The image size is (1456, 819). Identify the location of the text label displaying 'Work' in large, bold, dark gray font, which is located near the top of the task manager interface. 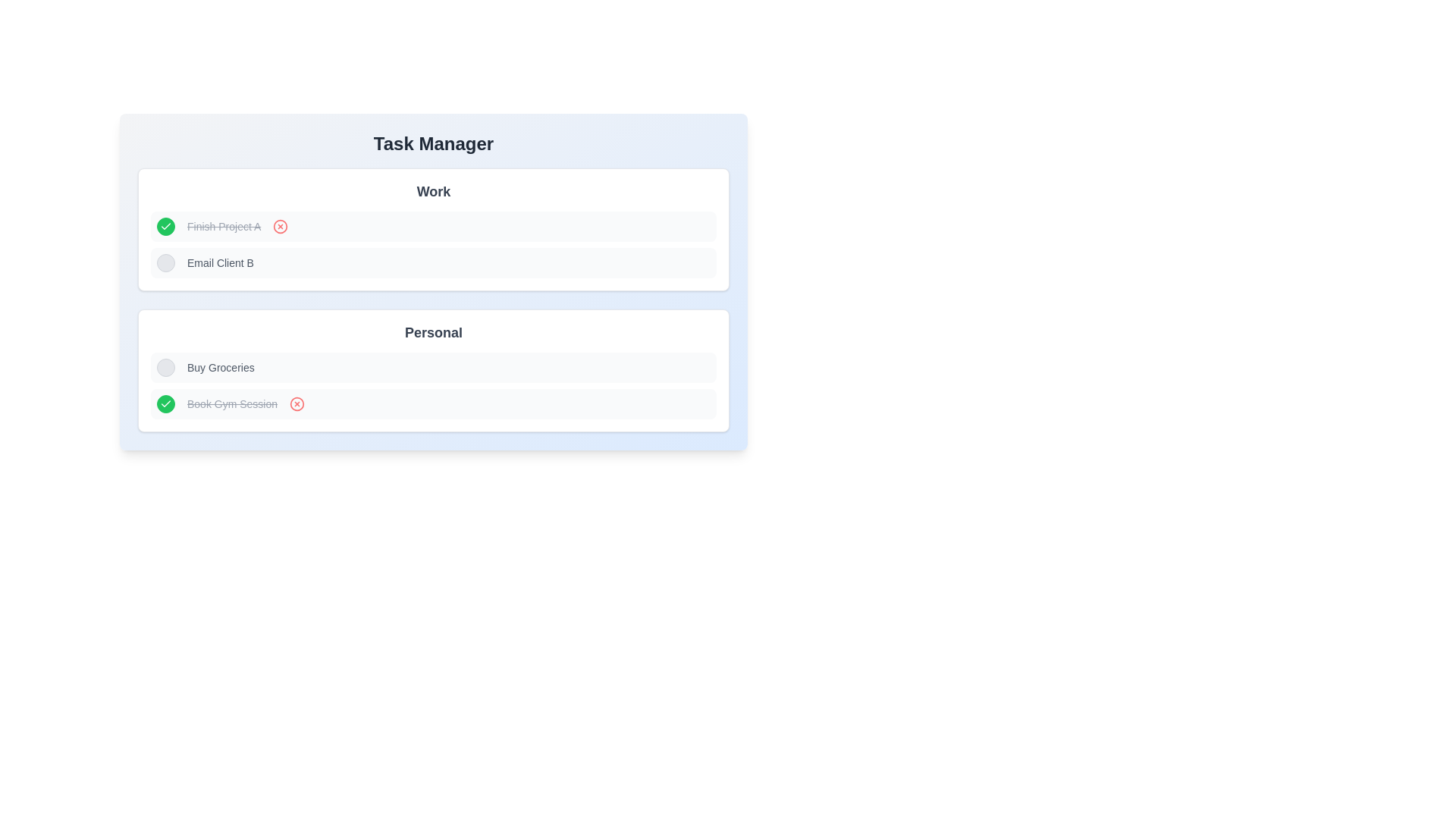
(432, 191).